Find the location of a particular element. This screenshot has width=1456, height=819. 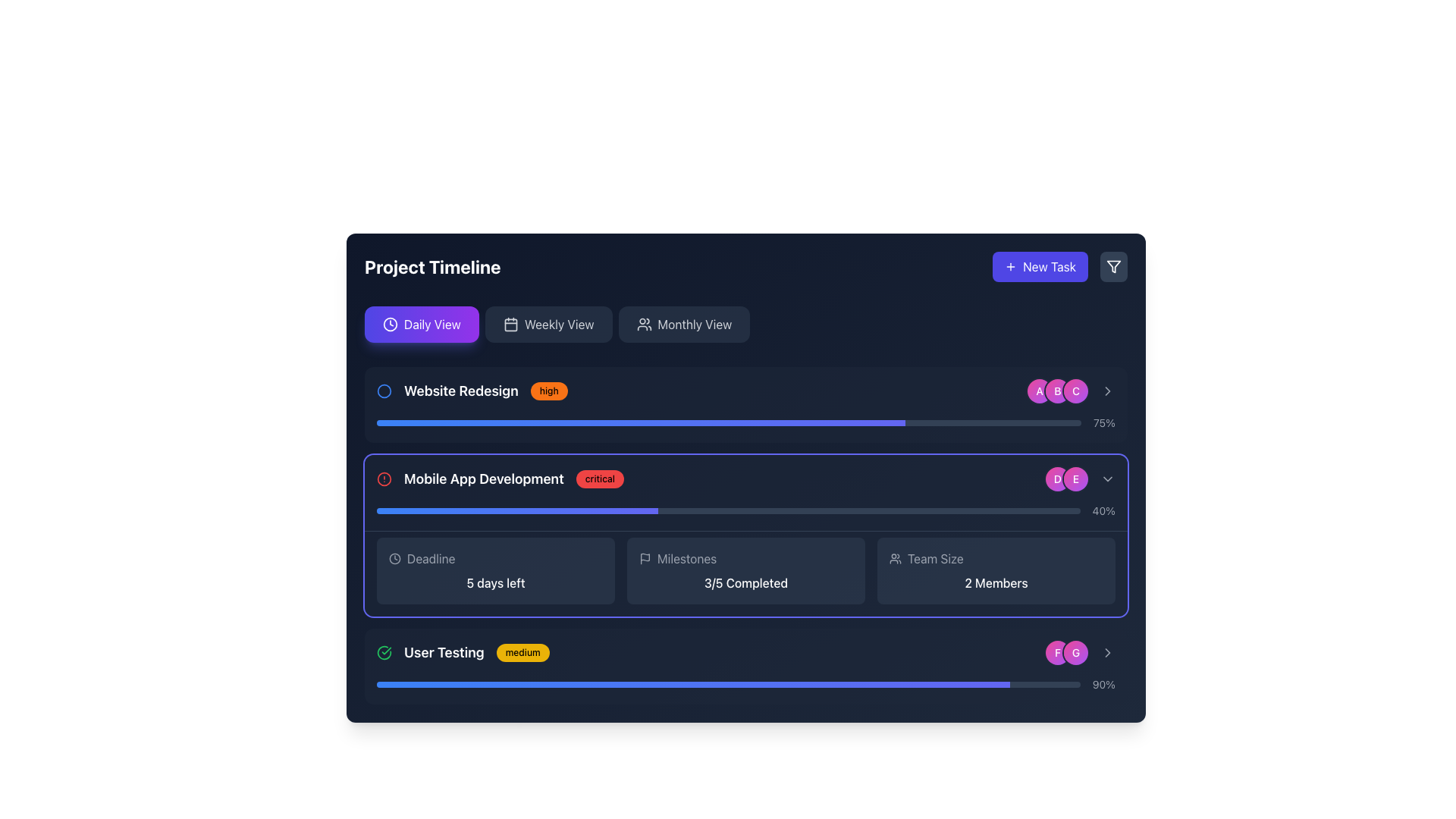

the text label that indicates progress, stating that 3 out of 5 milestones have been completed, located in the 'Milestones' sub-panel of the 'Mobile App Development' section is located at coordinates (745, 582).